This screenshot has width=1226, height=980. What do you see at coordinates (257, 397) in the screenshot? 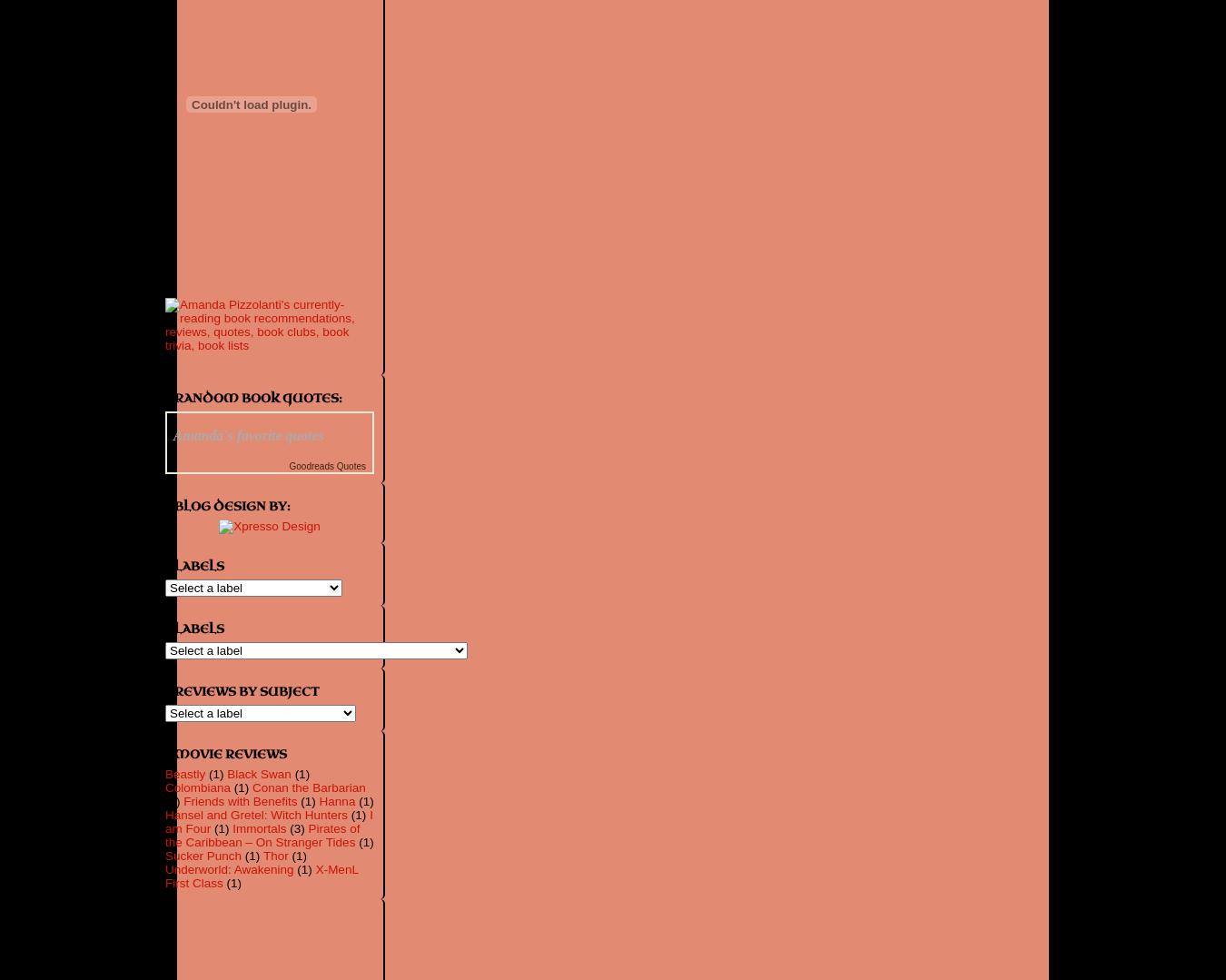
I see `'Random Book Quotes:'` at bounding box center [257, 397].